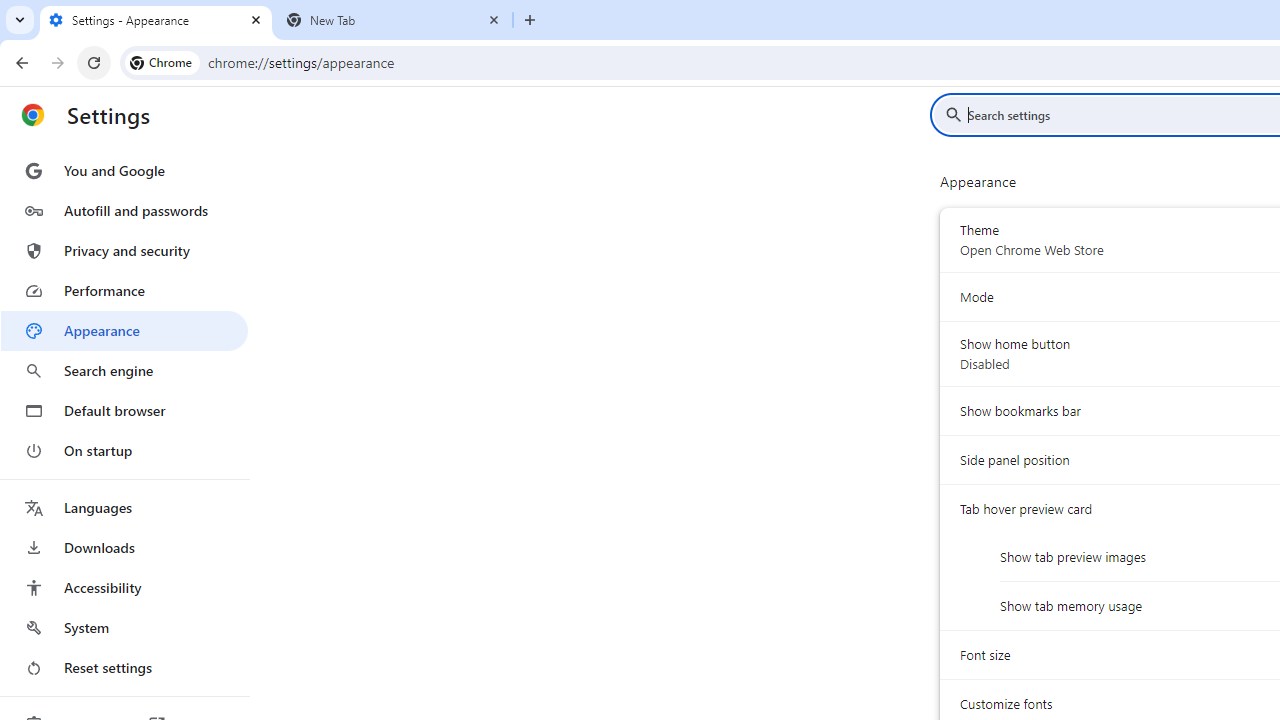  What do you see at coordinates (123, 547) in the screenshot?
I see `'Downloads'` at bounding box center [123, 547].